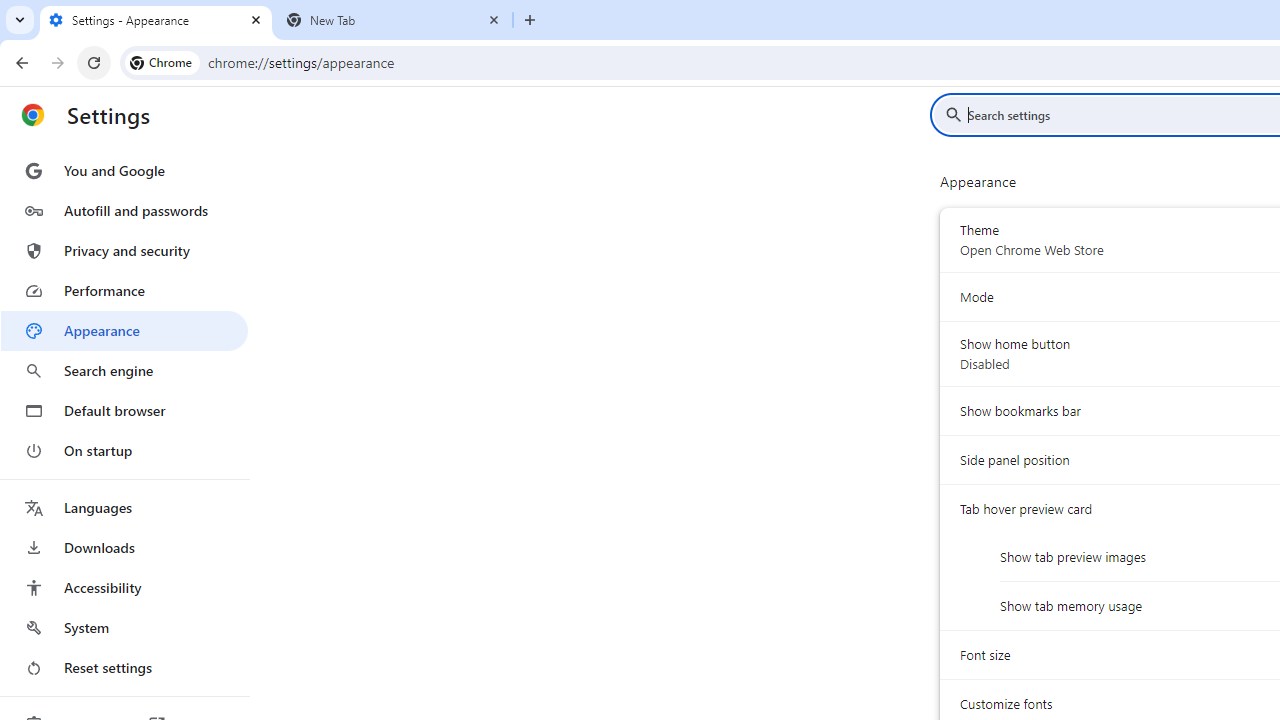  What do you see at coordinates (123, 547) in the screenshot?
I see `'Downloads'` at bounding box center [123, 547].